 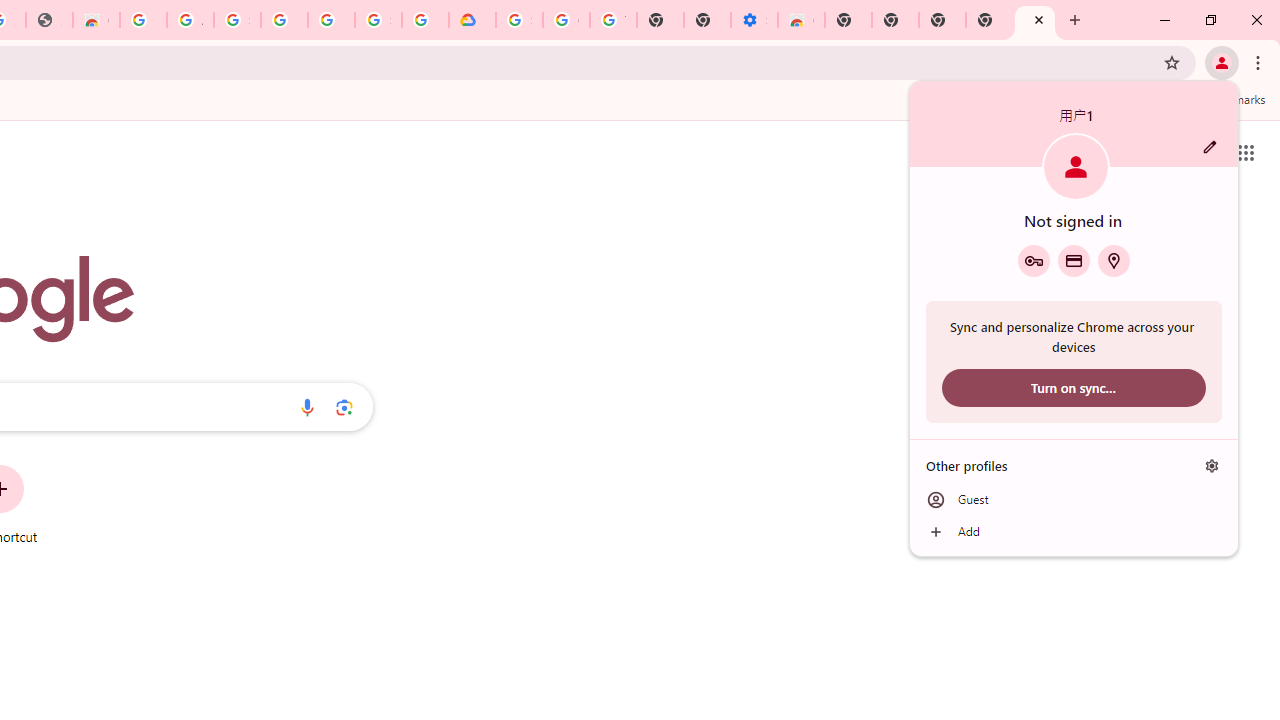 What do you see at coordinates (801, 20) in the screenshot?
I see `'Chrome Web Store - Accessibility extensions'` at bounding box center [801, 20].